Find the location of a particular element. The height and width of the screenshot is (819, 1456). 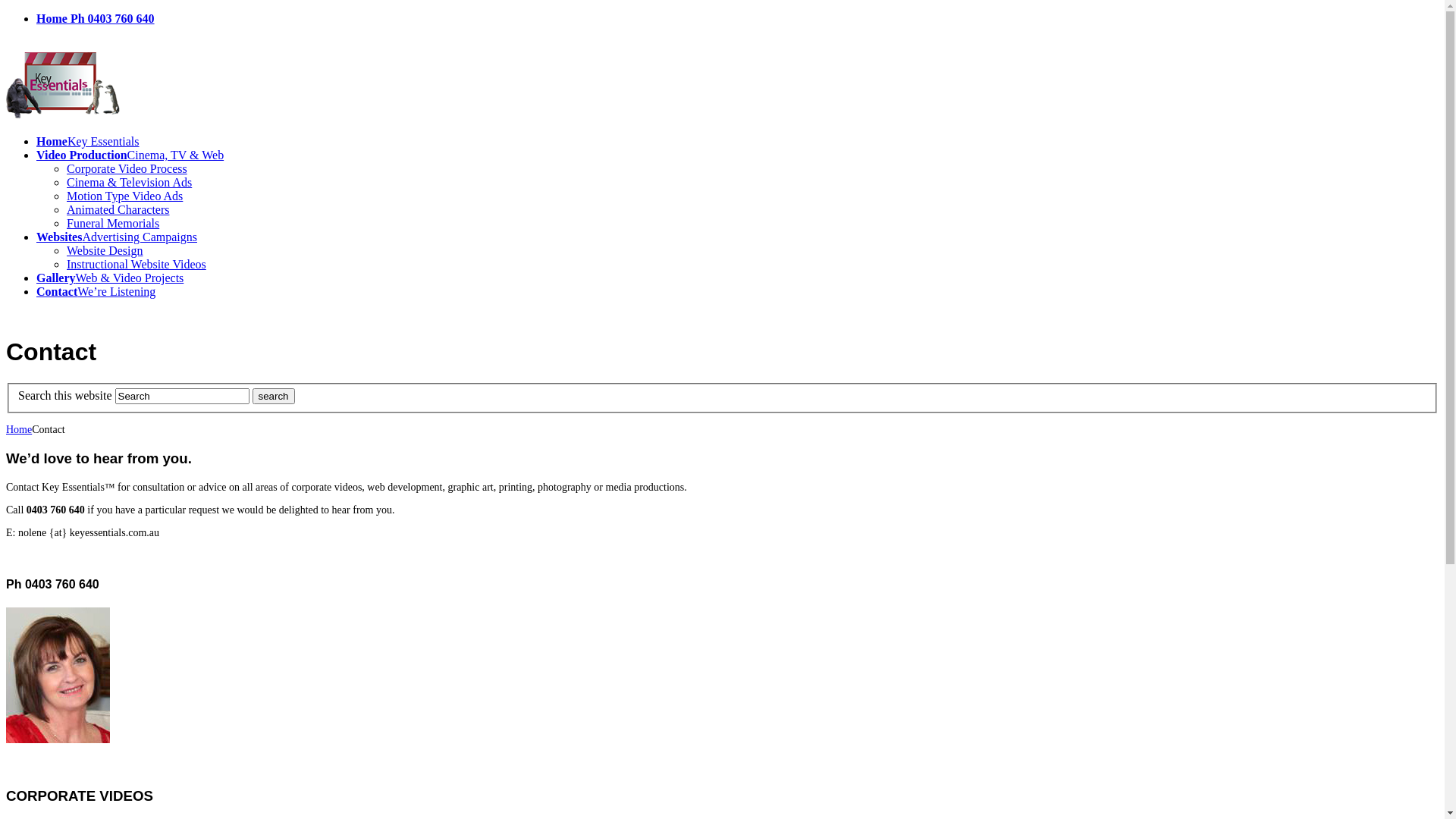

'GalleryWeb & Video Projects' is located at coordinates (36, 278).